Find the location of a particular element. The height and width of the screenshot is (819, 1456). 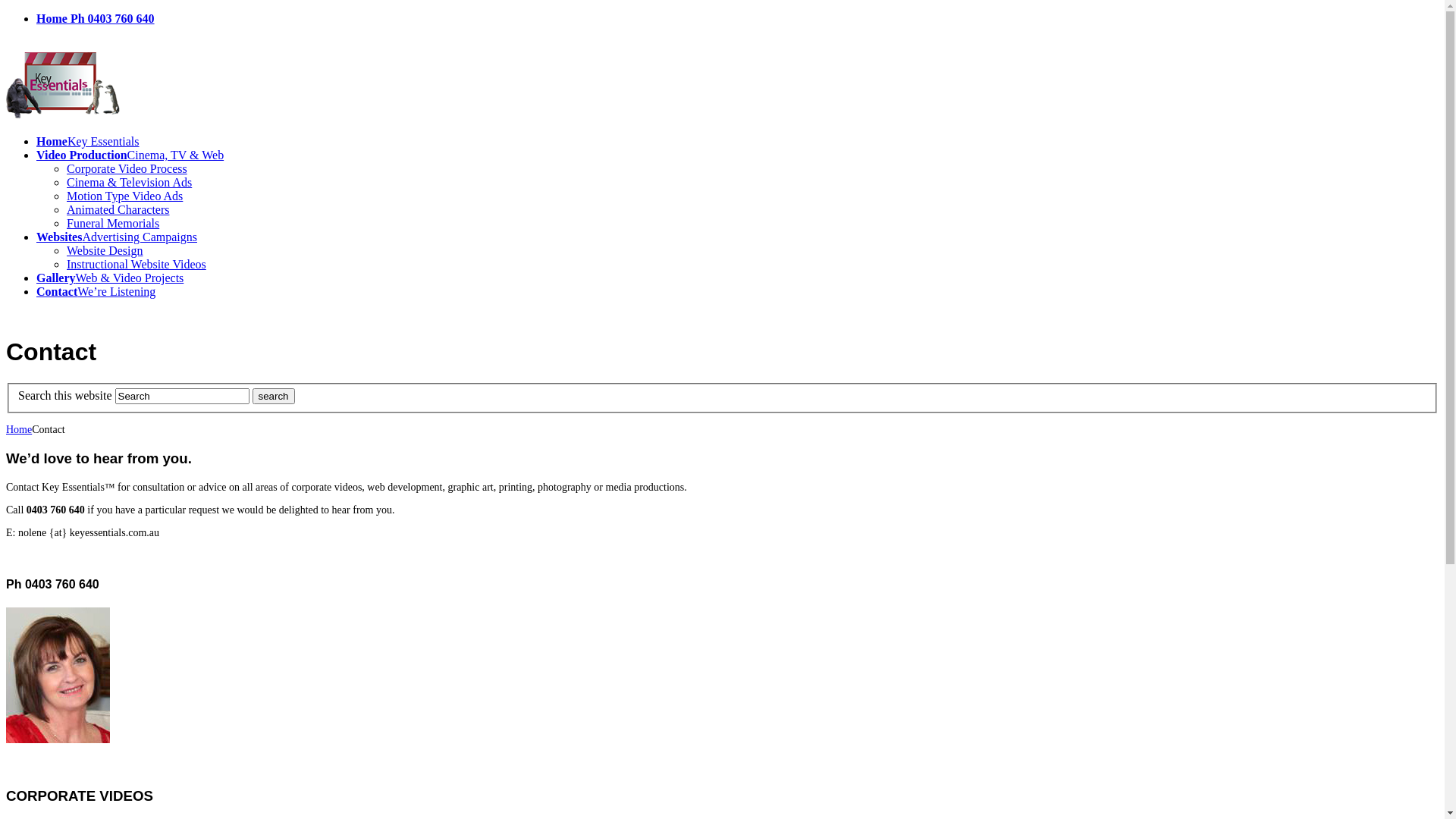

'GalleryWeb & Video Projects' is located at coordinates (36, 278).